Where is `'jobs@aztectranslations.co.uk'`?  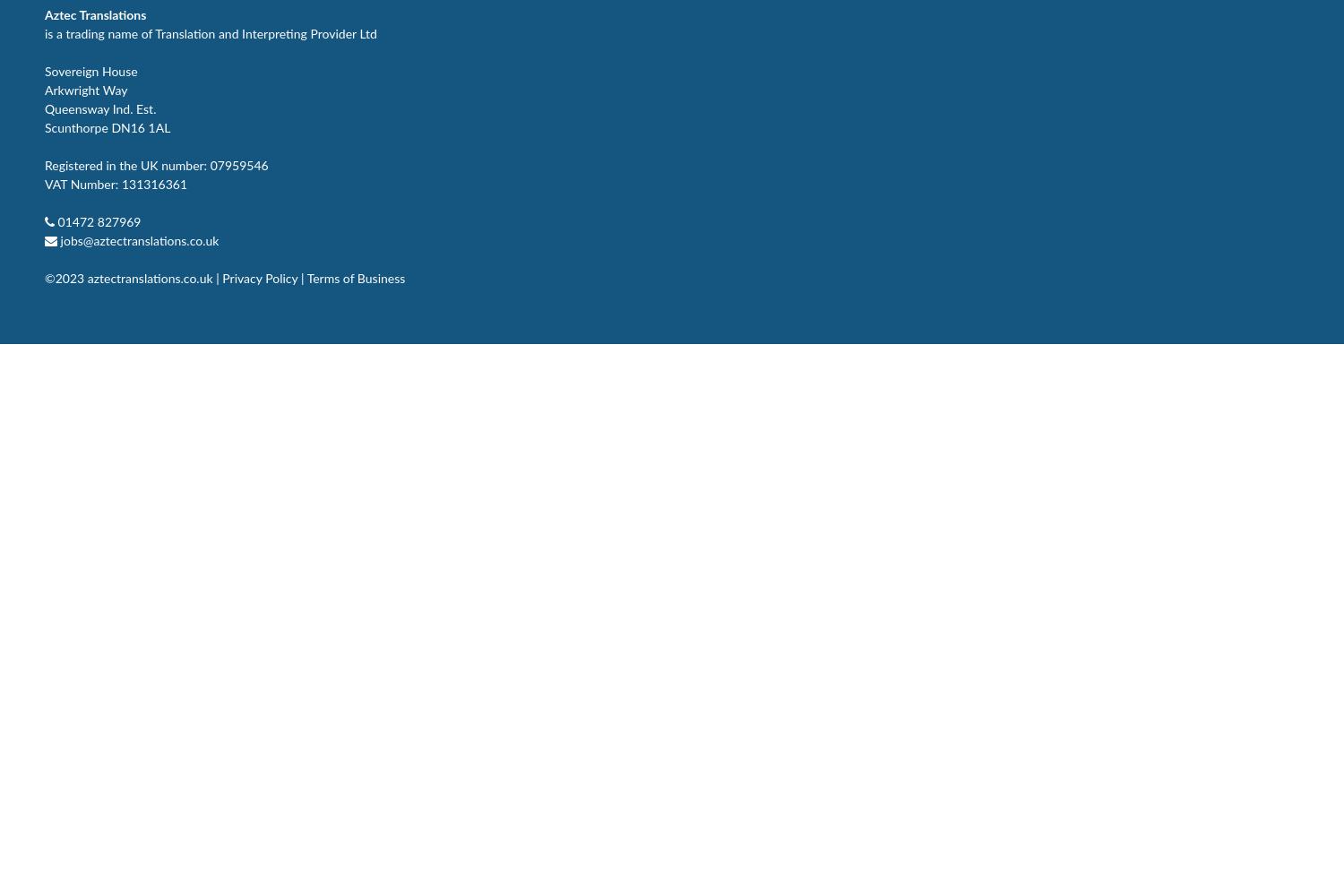
'jobs@aztectranslations.co.uk' is located at coordinates (139, 241).